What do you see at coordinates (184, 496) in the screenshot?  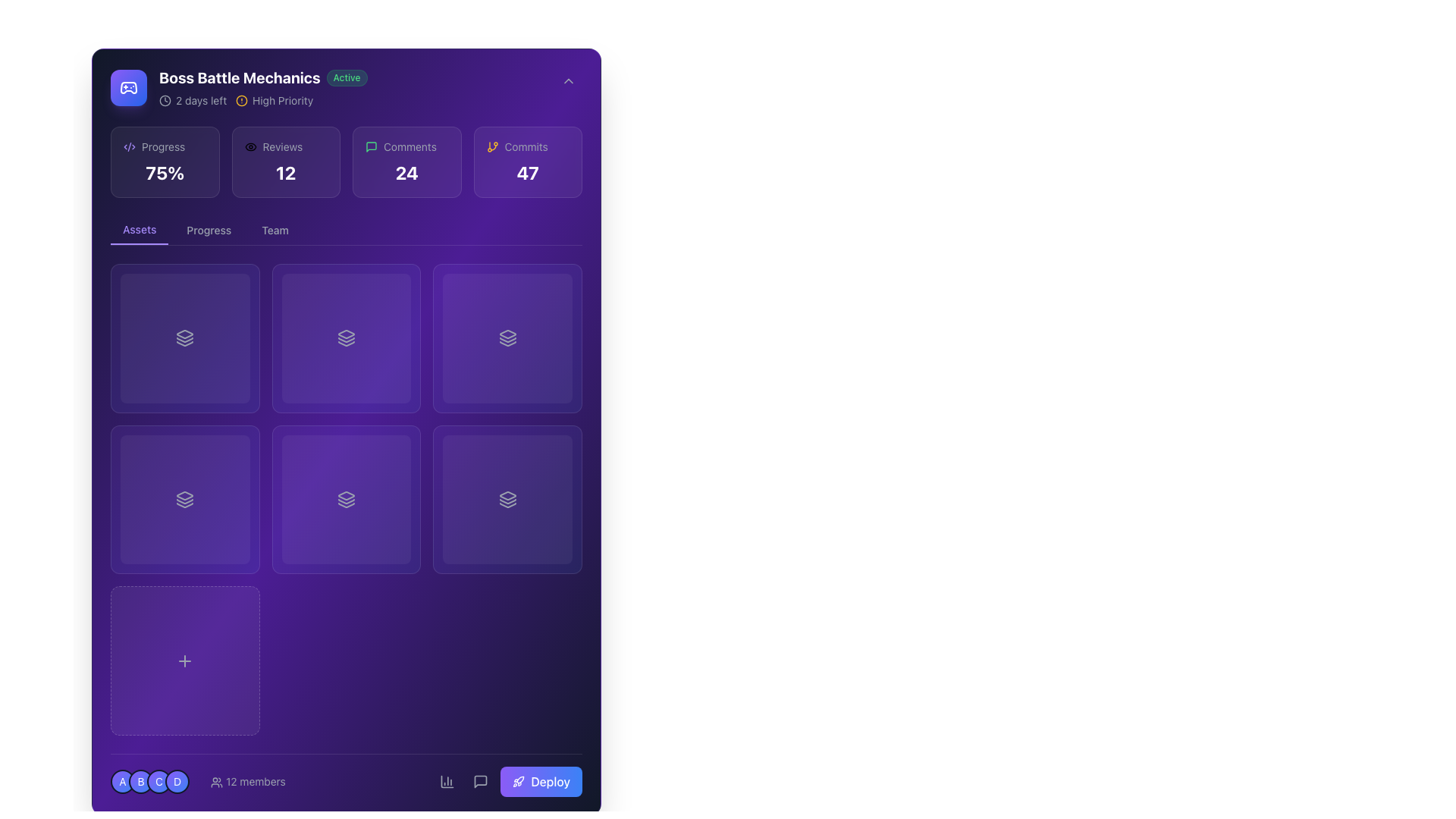 I see `the representation of the top icon in the layered stack within the 'Assets' tab, which signifies grouped or related content` at bounding box center [184, 496].